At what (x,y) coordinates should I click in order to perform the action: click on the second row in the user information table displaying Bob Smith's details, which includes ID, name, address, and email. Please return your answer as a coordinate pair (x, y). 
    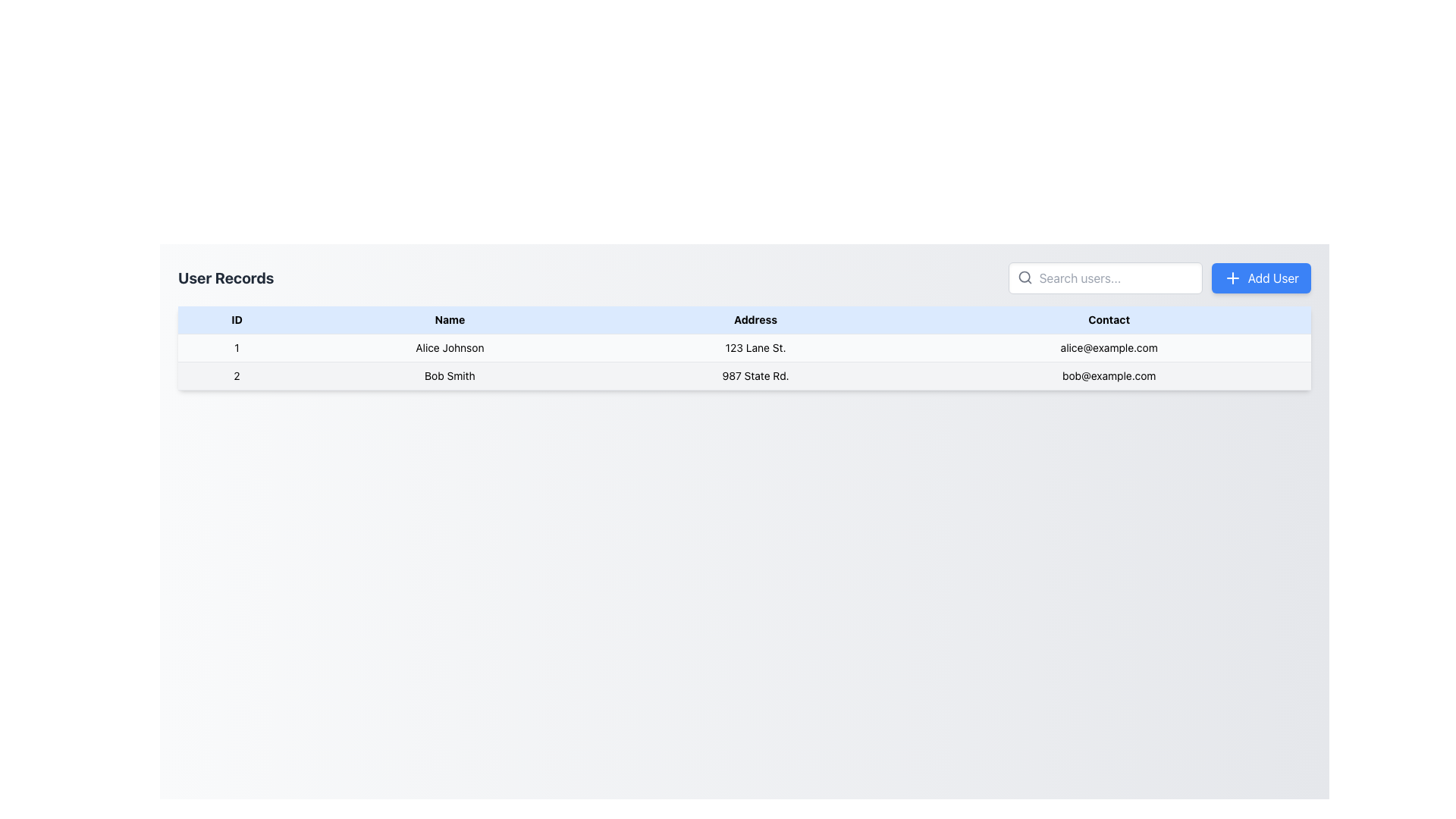
    Looking at the image, I should click on (745, 375).